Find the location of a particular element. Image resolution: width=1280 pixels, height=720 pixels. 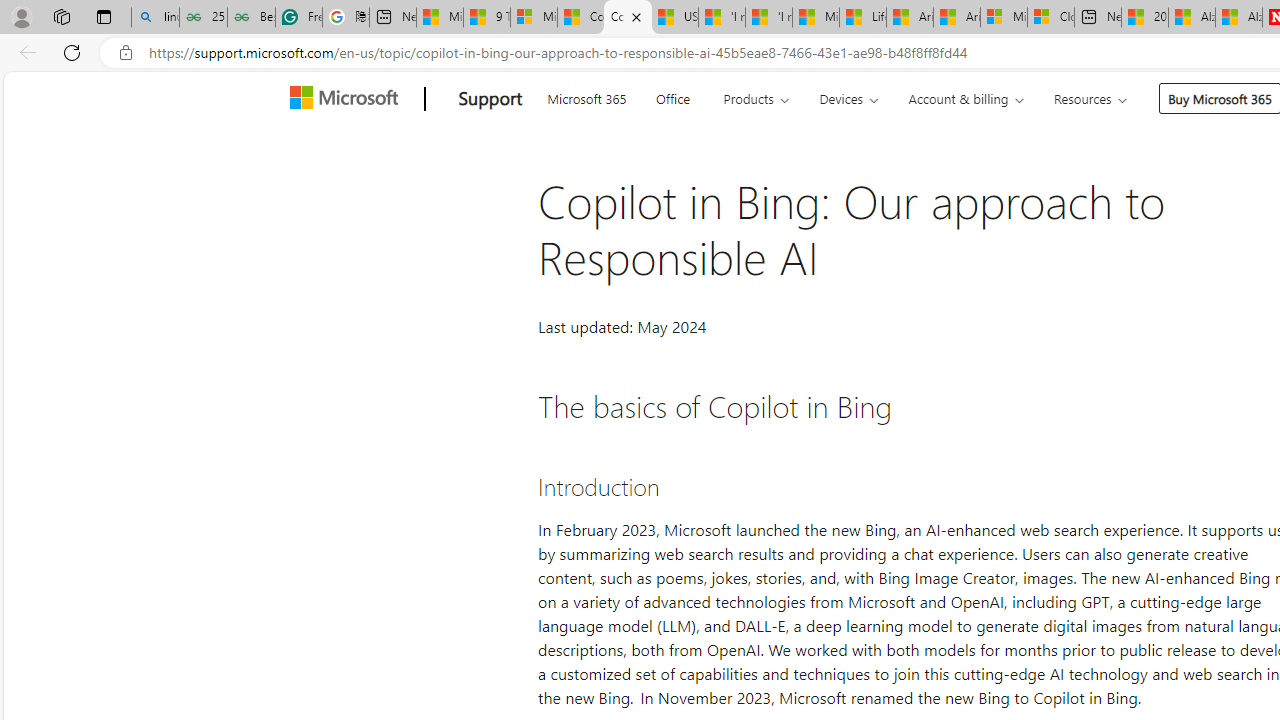

'Free AI Writing Assistance for Students | Grammarly' is located at coordinates (298, 17).